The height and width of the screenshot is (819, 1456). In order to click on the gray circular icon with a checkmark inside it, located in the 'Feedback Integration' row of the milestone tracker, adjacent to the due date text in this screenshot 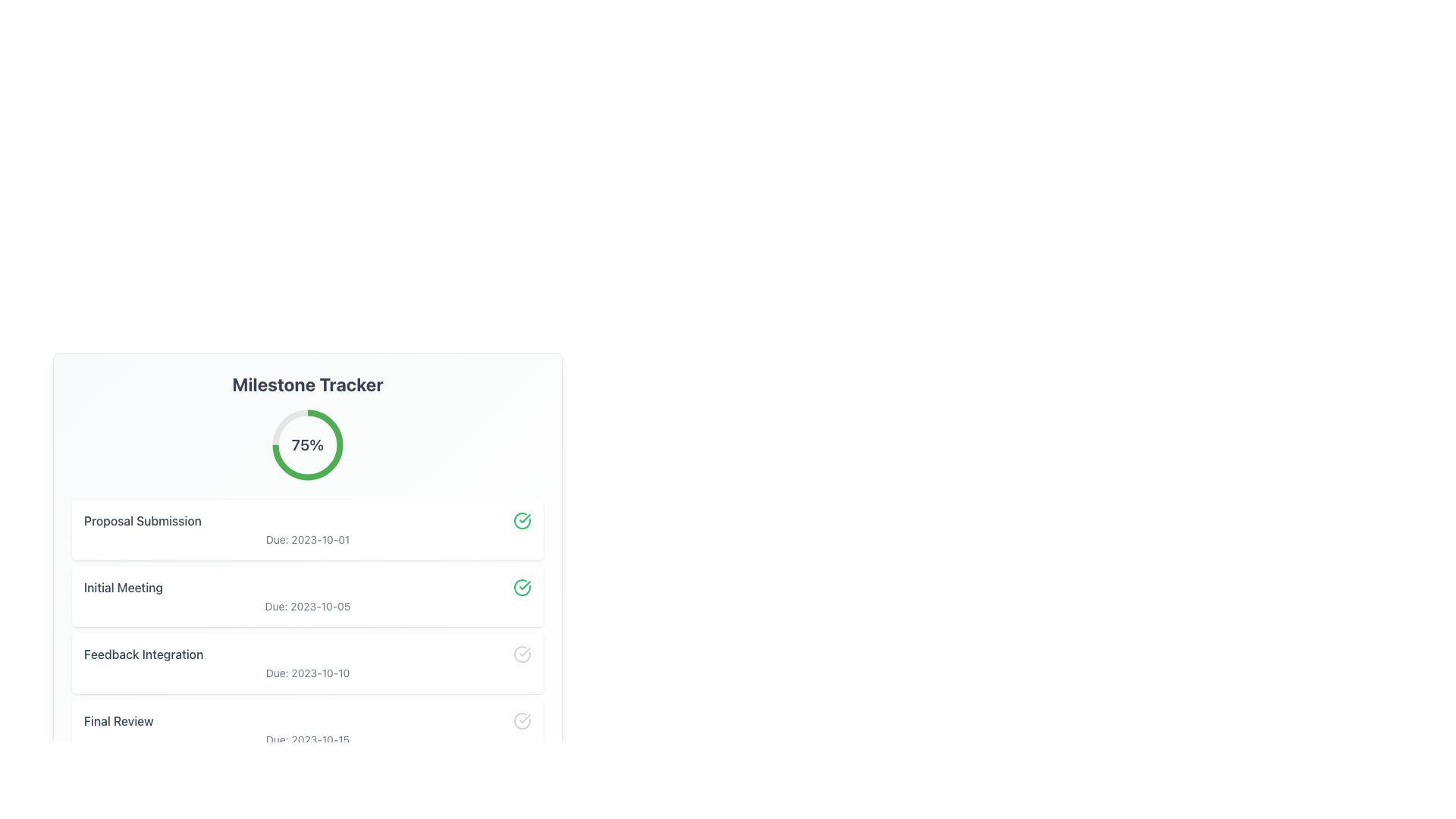, I will do `click(522, 654)`.